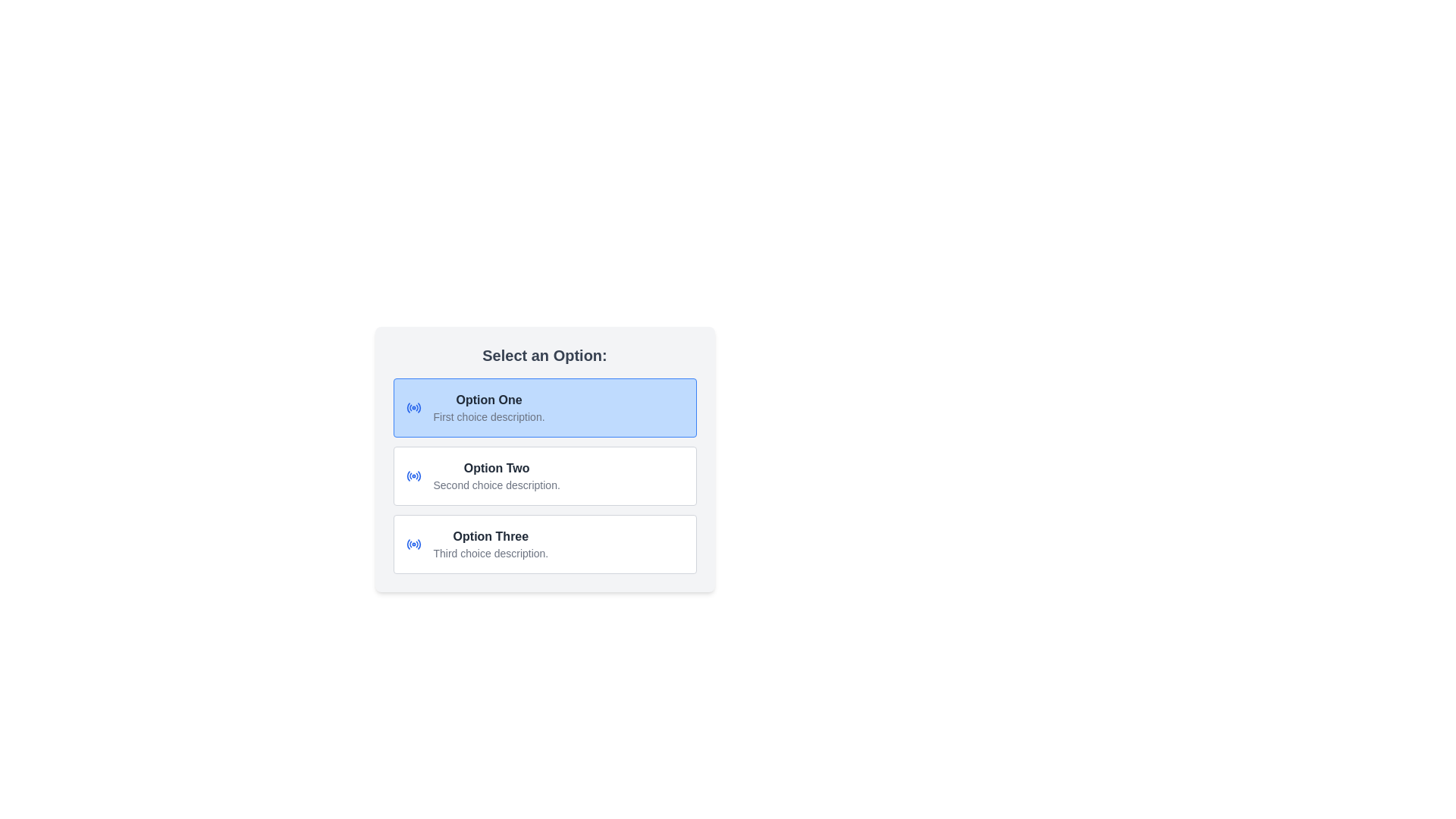 This screenshot has width=1456, height=819. I want to click on the third selectable option within a vertical list, which has a title and description, so click(491, 543).